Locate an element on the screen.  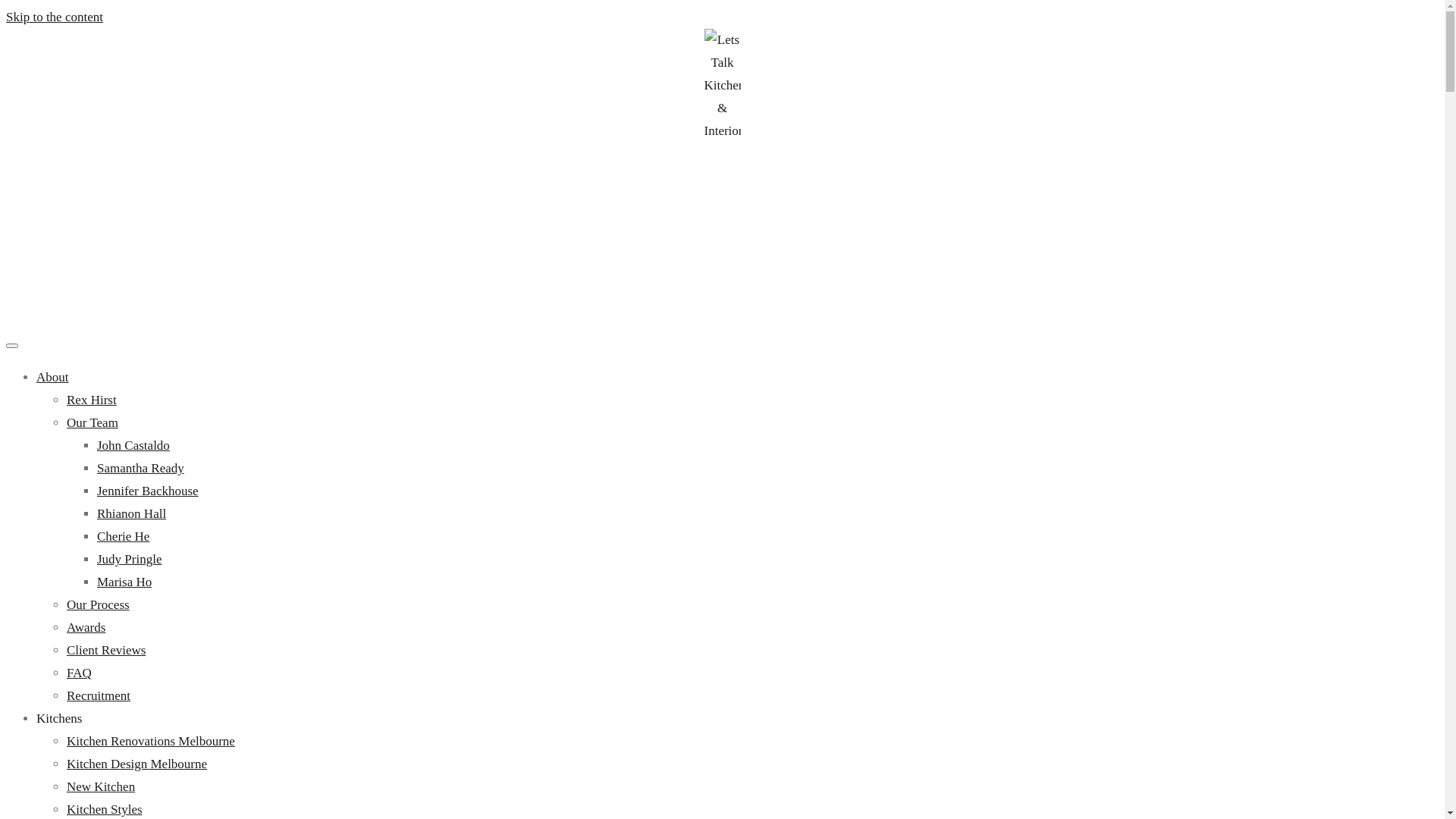
'Jennifer Backhouse' is located at coordinates (148, 491).